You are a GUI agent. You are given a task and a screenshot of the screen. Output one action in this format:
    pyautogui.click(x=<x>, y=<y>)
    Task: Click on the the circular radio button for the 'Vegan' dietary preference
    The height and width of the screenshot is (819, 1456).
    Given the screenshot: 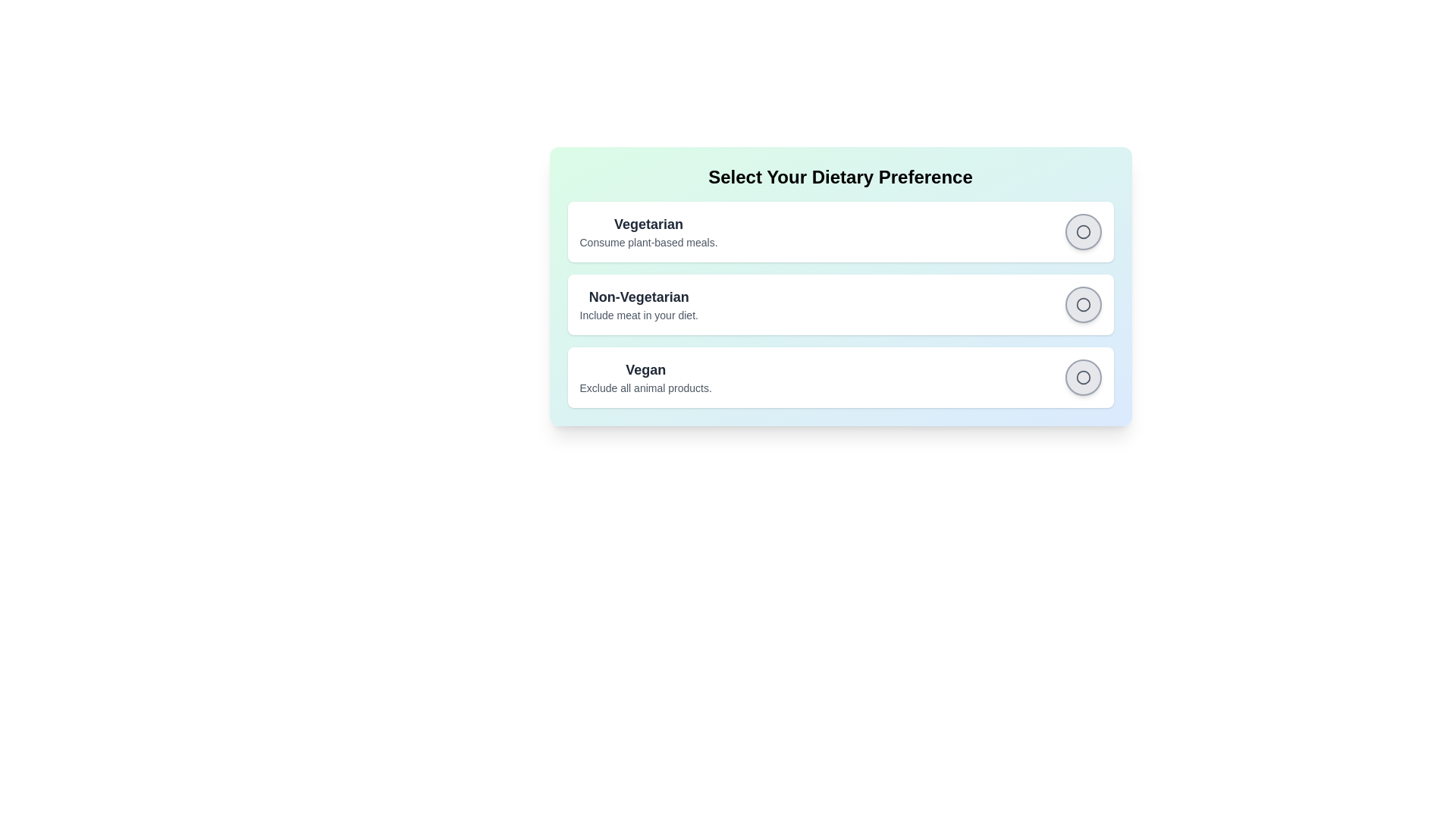 What is the action you would take?
    pyautogui.click(x=1082, y=376)
    